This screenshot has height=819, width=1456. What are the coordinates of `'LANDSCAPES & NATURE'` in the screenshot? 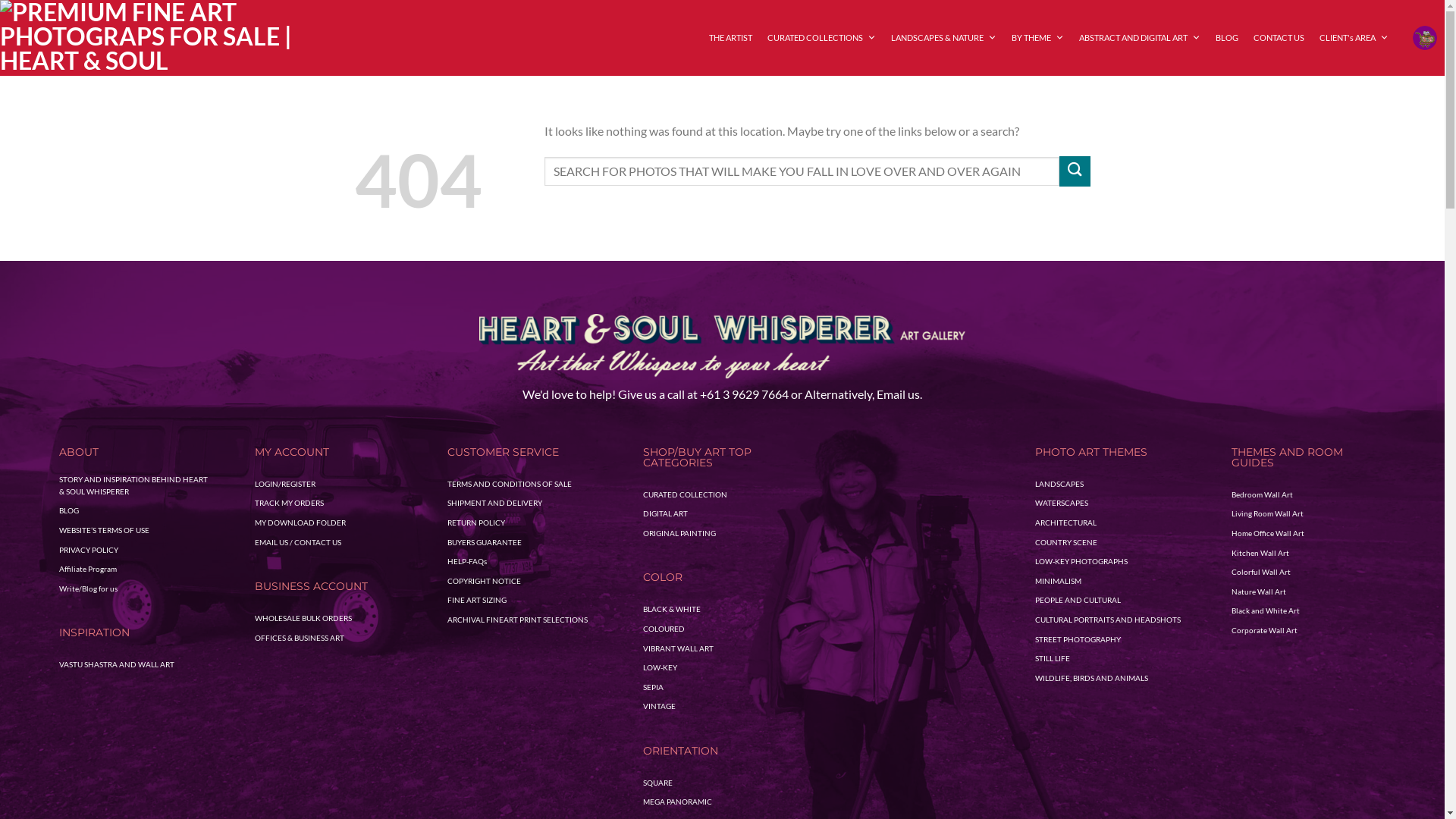 It's located at (883, 37).